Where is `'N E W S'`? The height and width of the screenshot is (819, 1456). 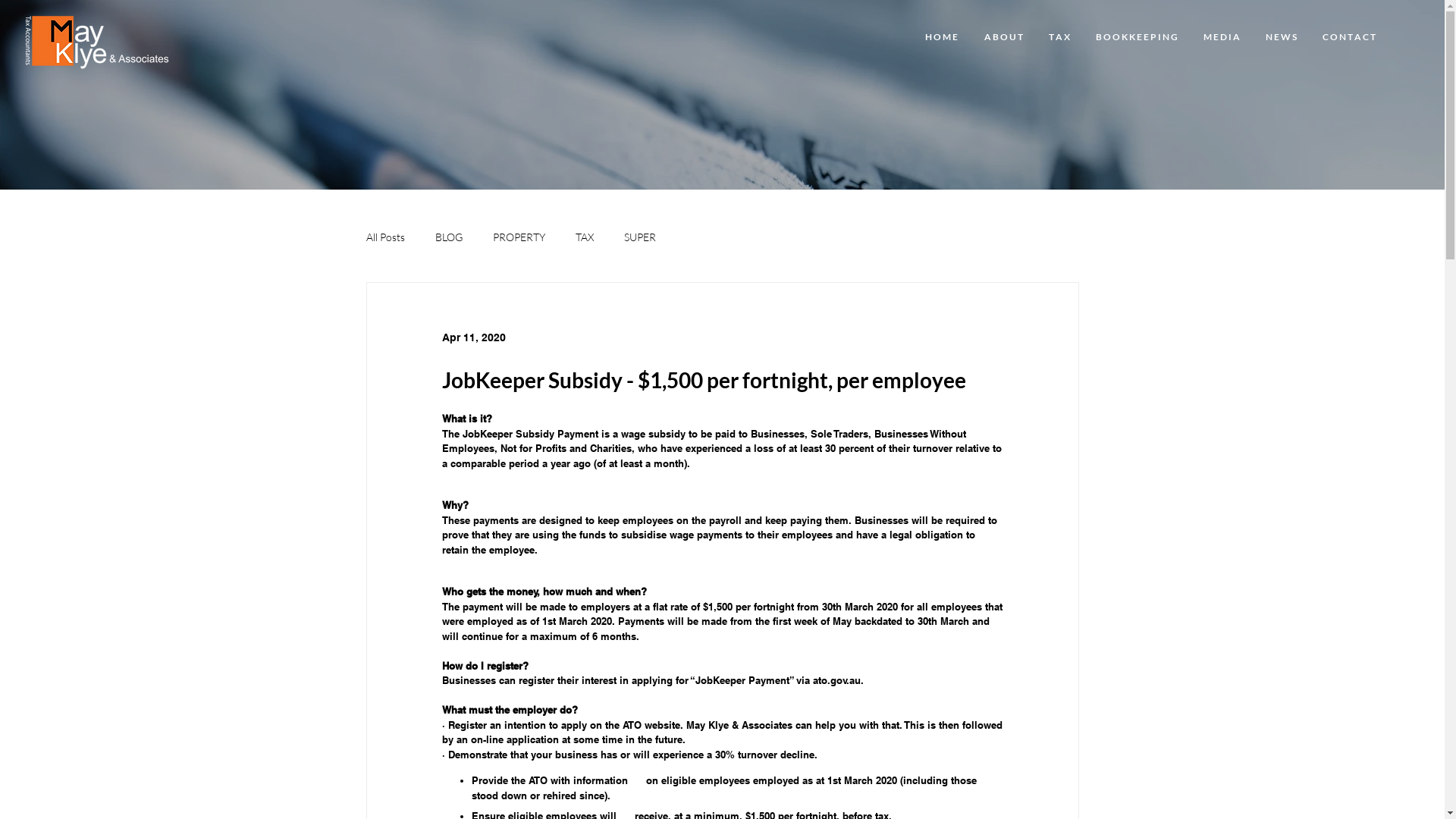 'N E W S' is located at coordinates (1280, 36).